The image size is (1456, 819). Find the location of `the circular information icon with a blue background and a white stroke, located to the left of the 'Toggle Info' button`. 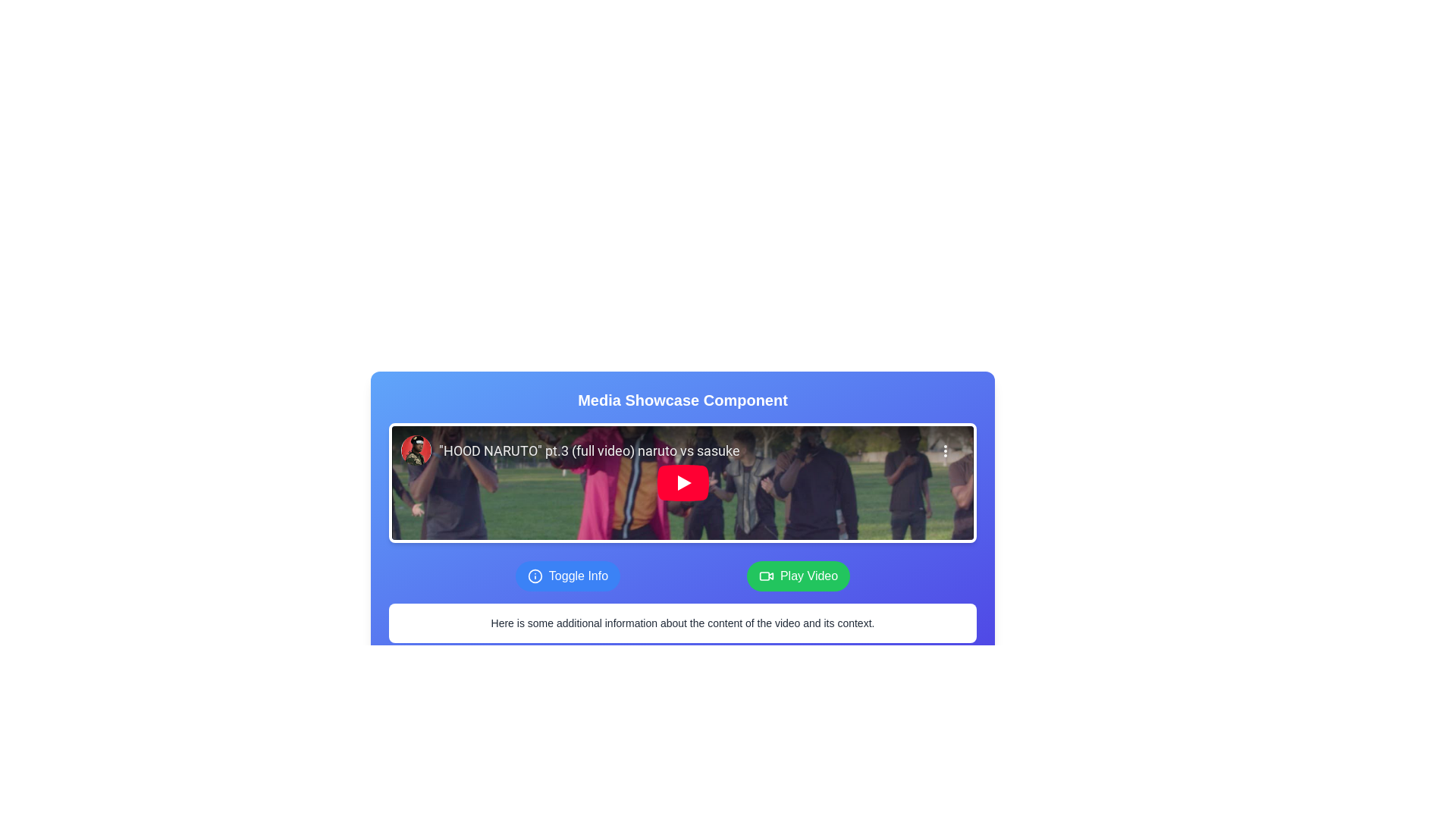

the circular information icon with a blue background and a white stroke, located to the left of the 'Toggle Info' button is located at coordinates (535, 576).